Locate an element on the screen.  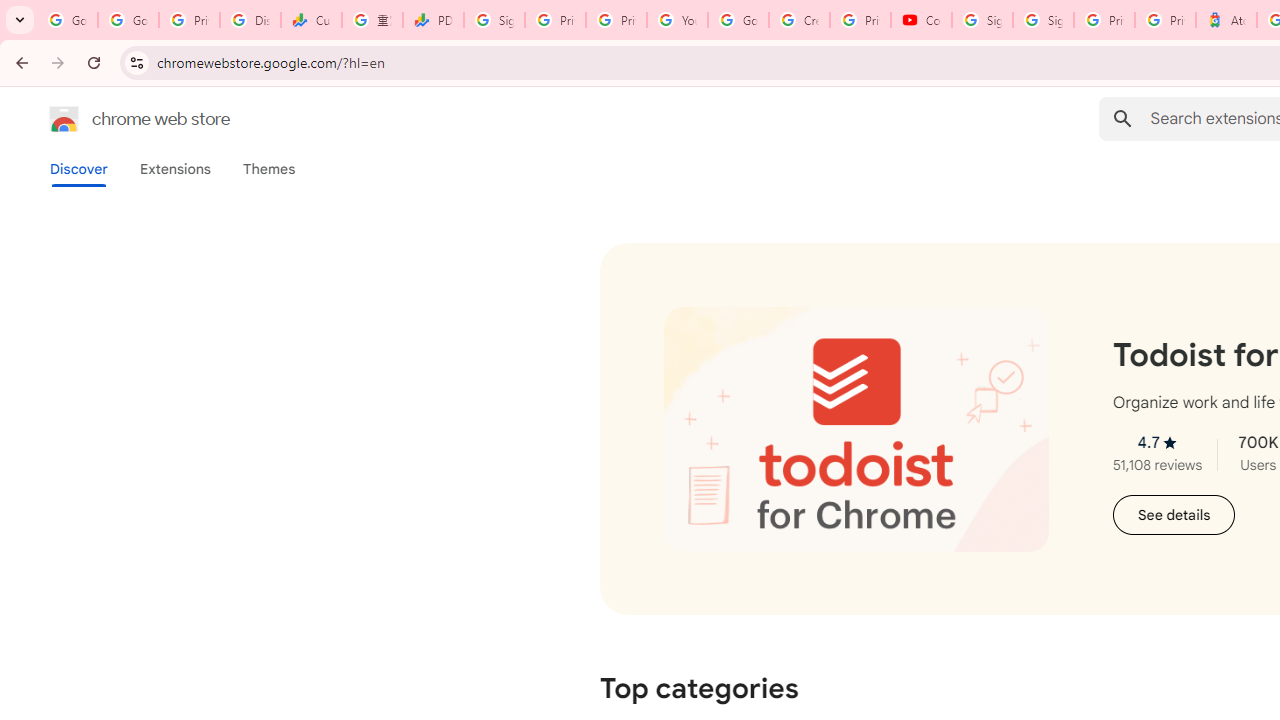
'Create your Google Account' is located at coordinates (798, 20).